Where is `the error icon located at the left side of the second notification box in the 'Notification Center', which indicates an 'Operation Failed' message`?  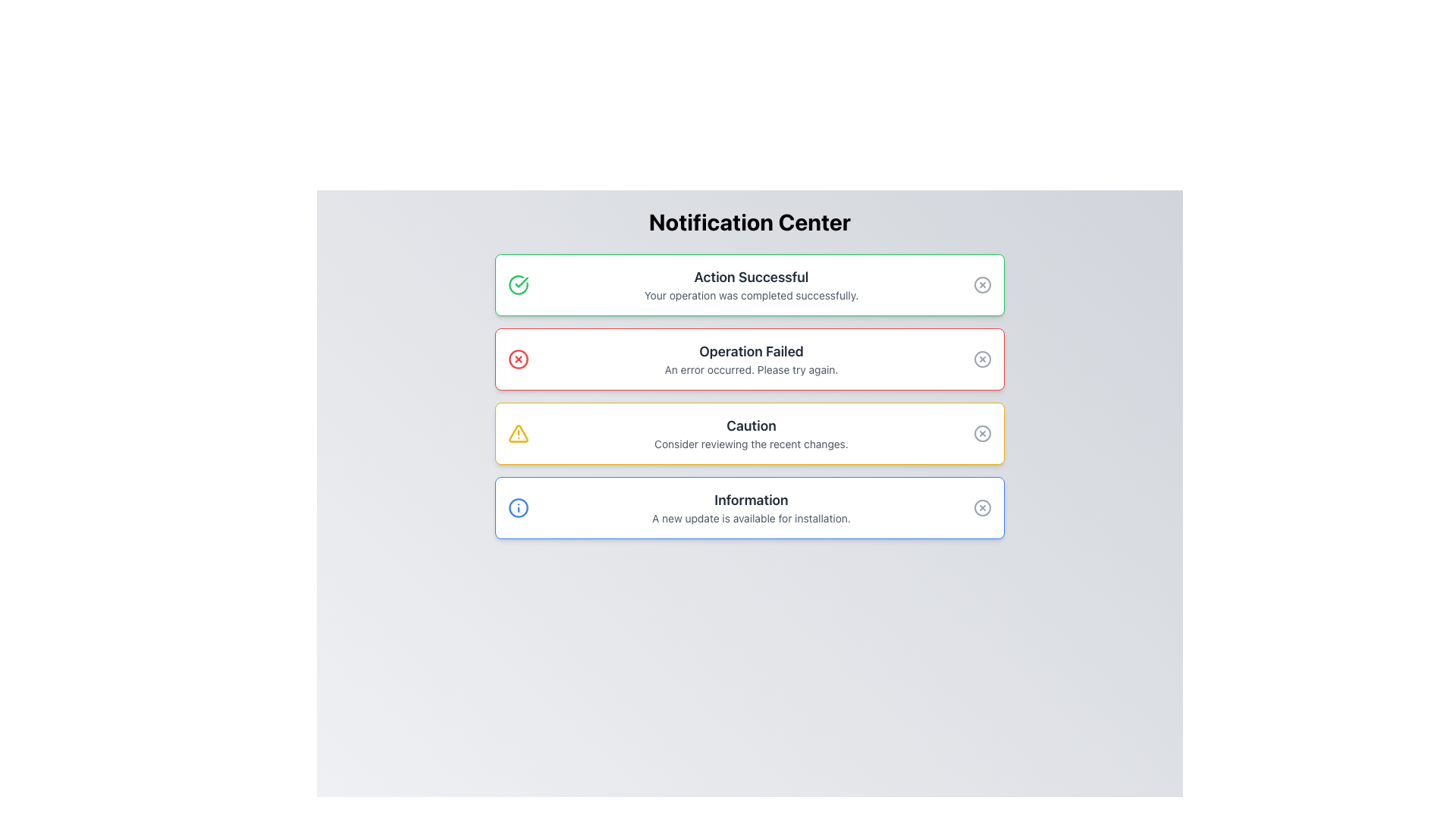
the error icon located at the left side of the second notification box in the 'Notification Center', which indicates an 'Operation Failed' message is located at coordinates (519, 359).